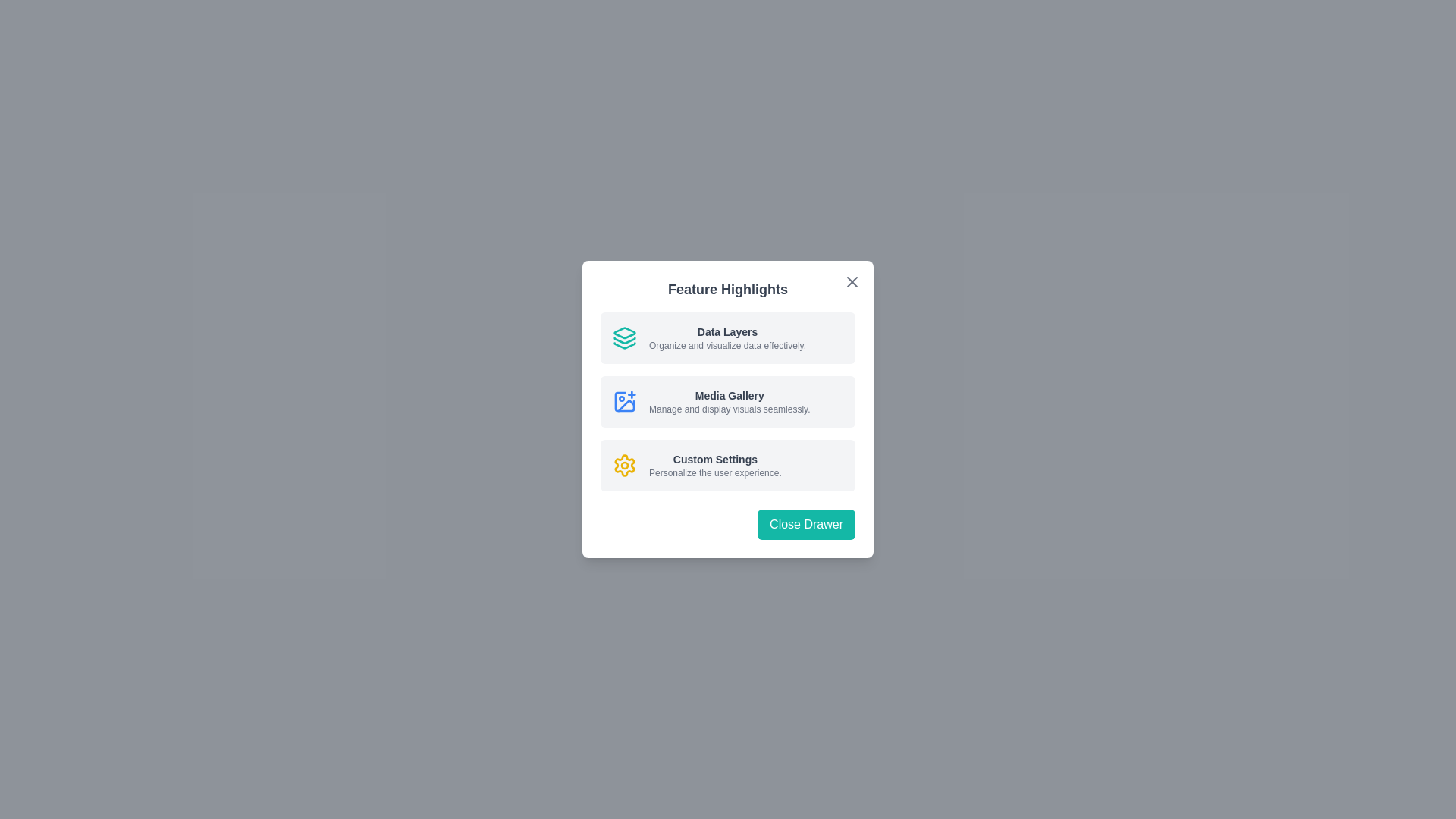 This screenshot has height=819, width=1456. I want to click on the 'Close Drawer' button located at the bottom of the 'Feature Highlights' Modal dialog, which is centered within a dark semi-transparent background overlay, so click(728, 409).